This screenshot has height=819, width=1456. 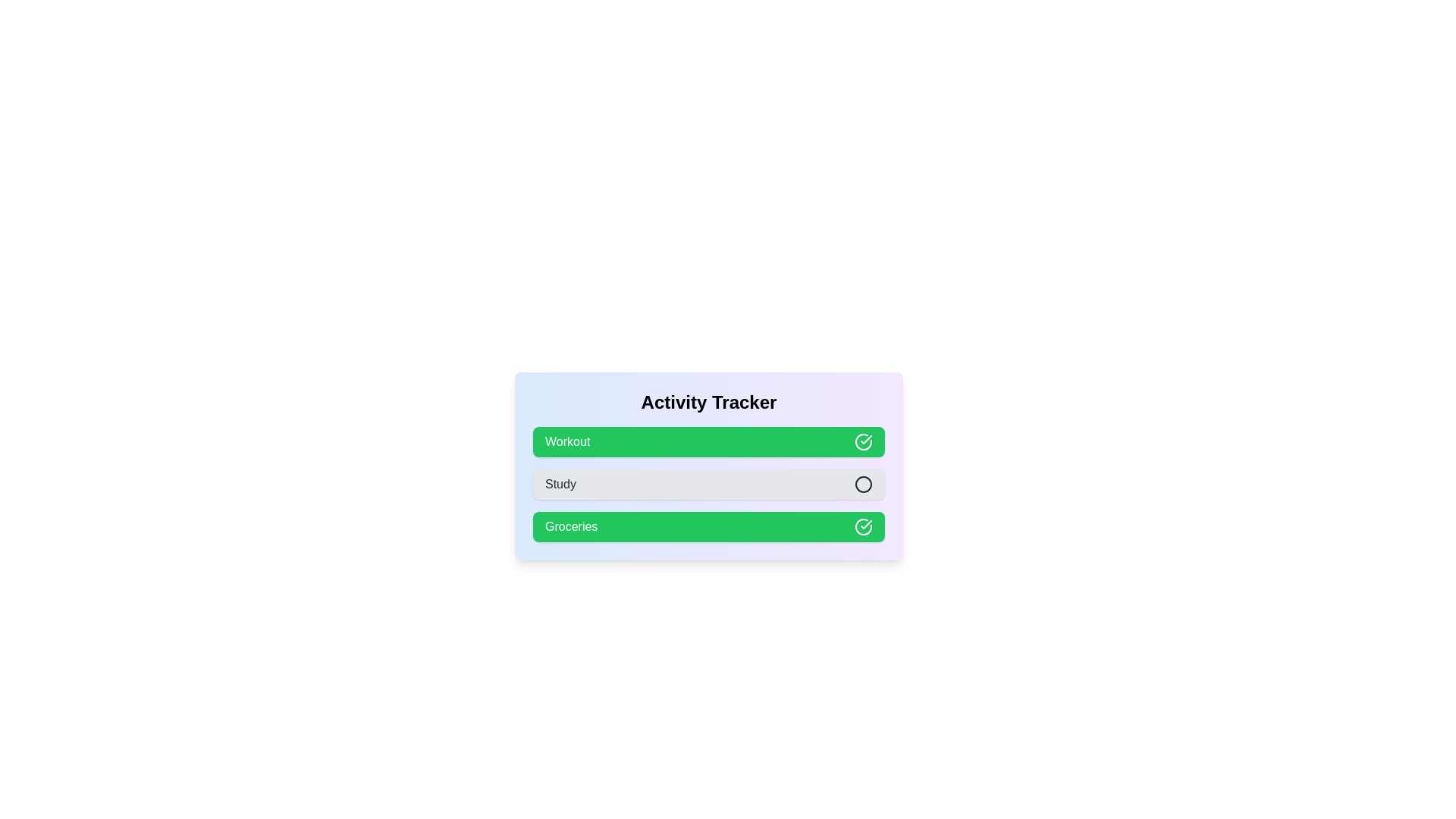 I want to click on the activity Groceries to toggle its completion status, so click(x=708, y=526).